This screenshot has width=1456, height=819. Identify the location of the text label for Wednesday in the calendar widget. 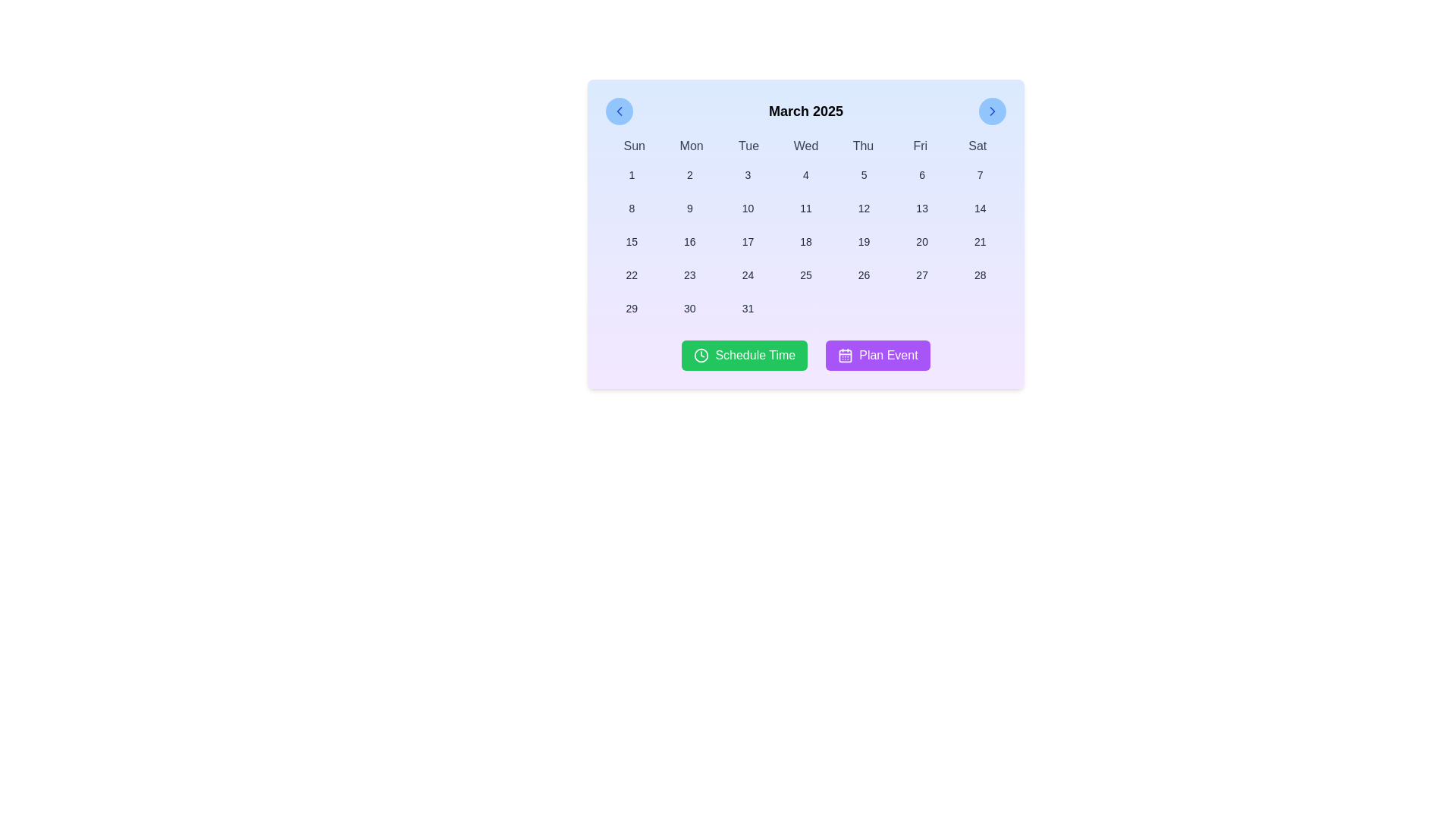
(805, 146).